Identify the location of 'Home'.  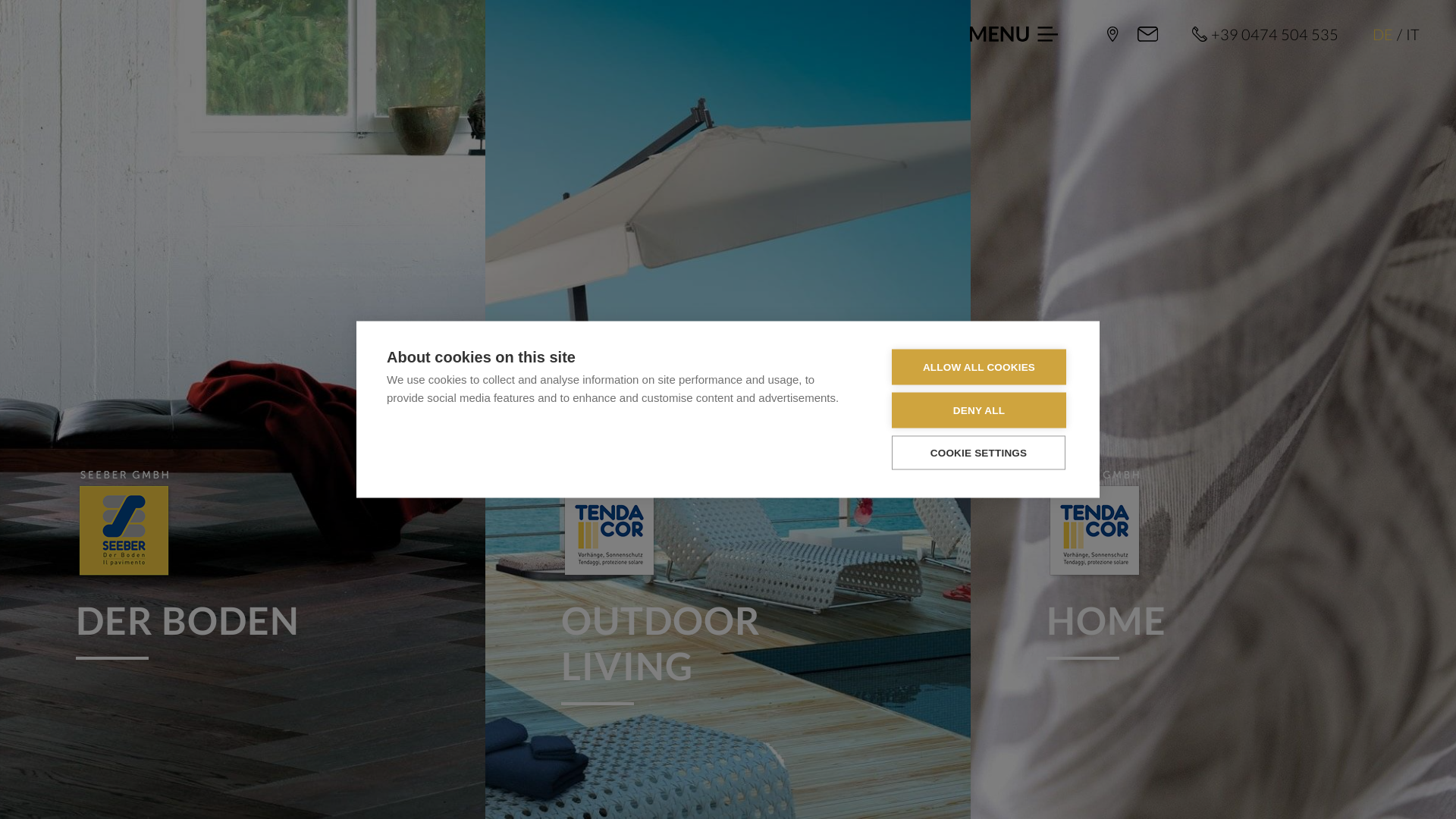
(1095, 525).